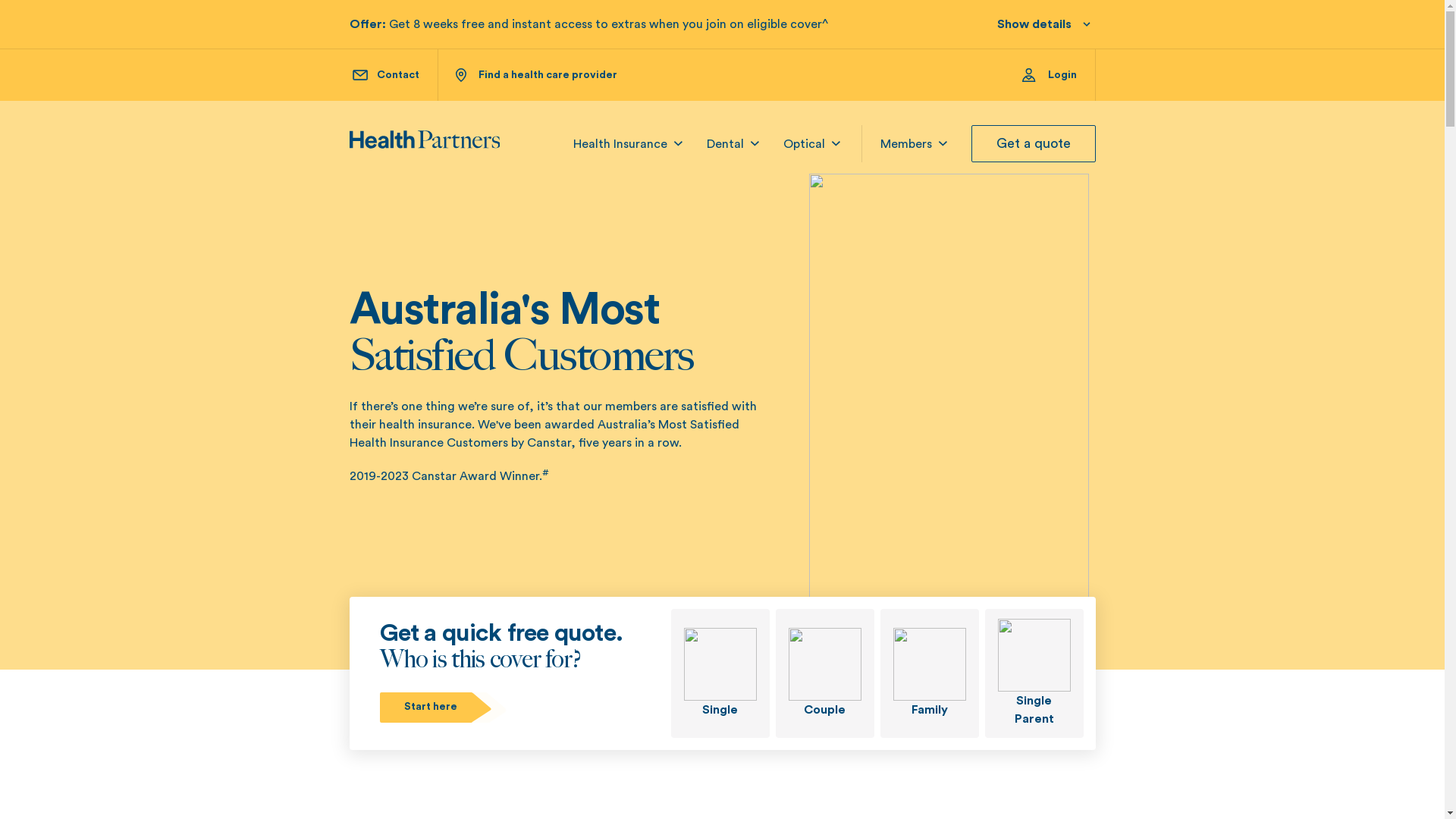 The image size is (1456, 819). What do you see at coordinates (823, 672) in the screenshot?
I see `'Couple'` at bounding box center [823, 672].